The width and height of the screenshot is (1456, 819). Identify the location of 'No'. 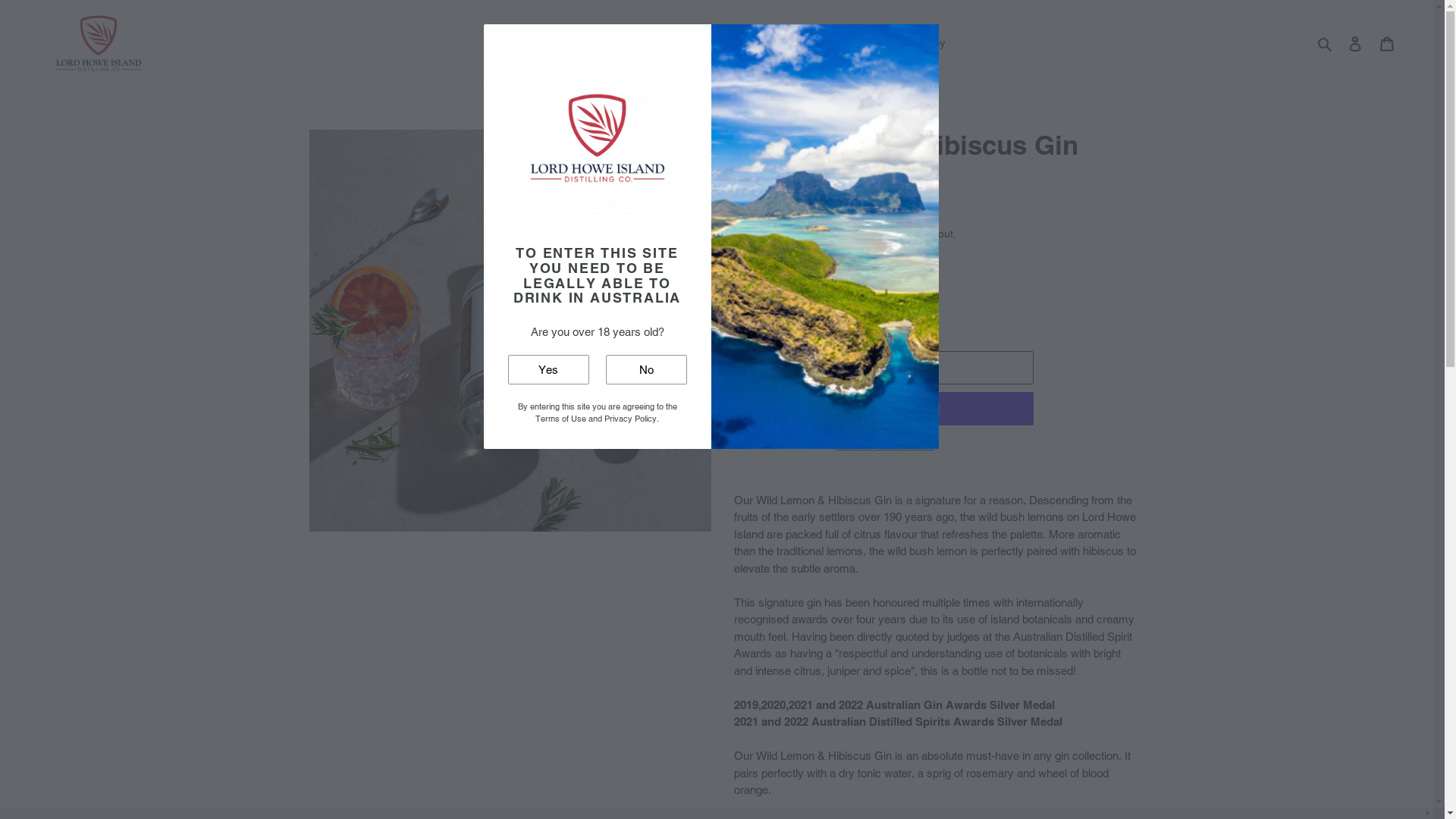
(645, 369).